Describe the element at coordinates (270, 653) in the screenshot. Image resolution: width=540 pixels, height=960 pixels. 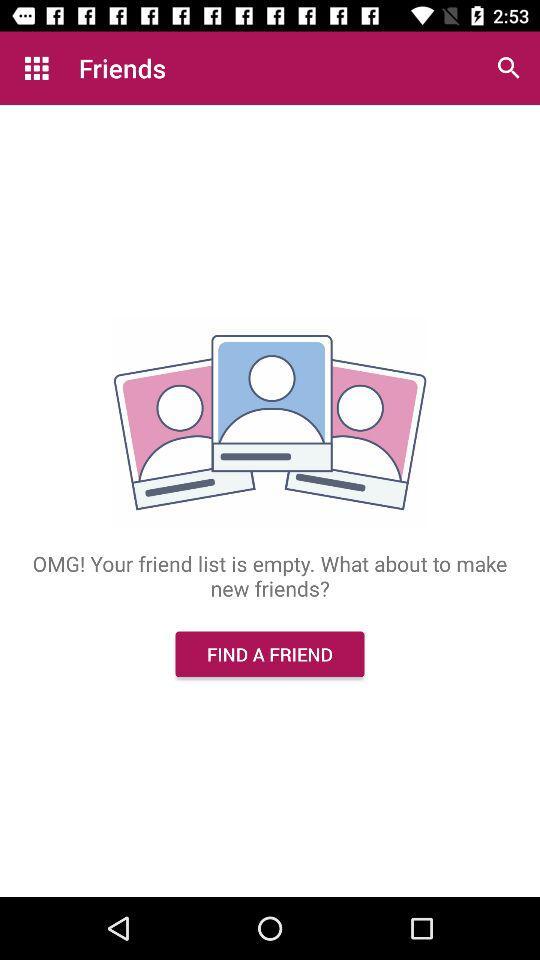
I see `the find a friend icon` at that location.